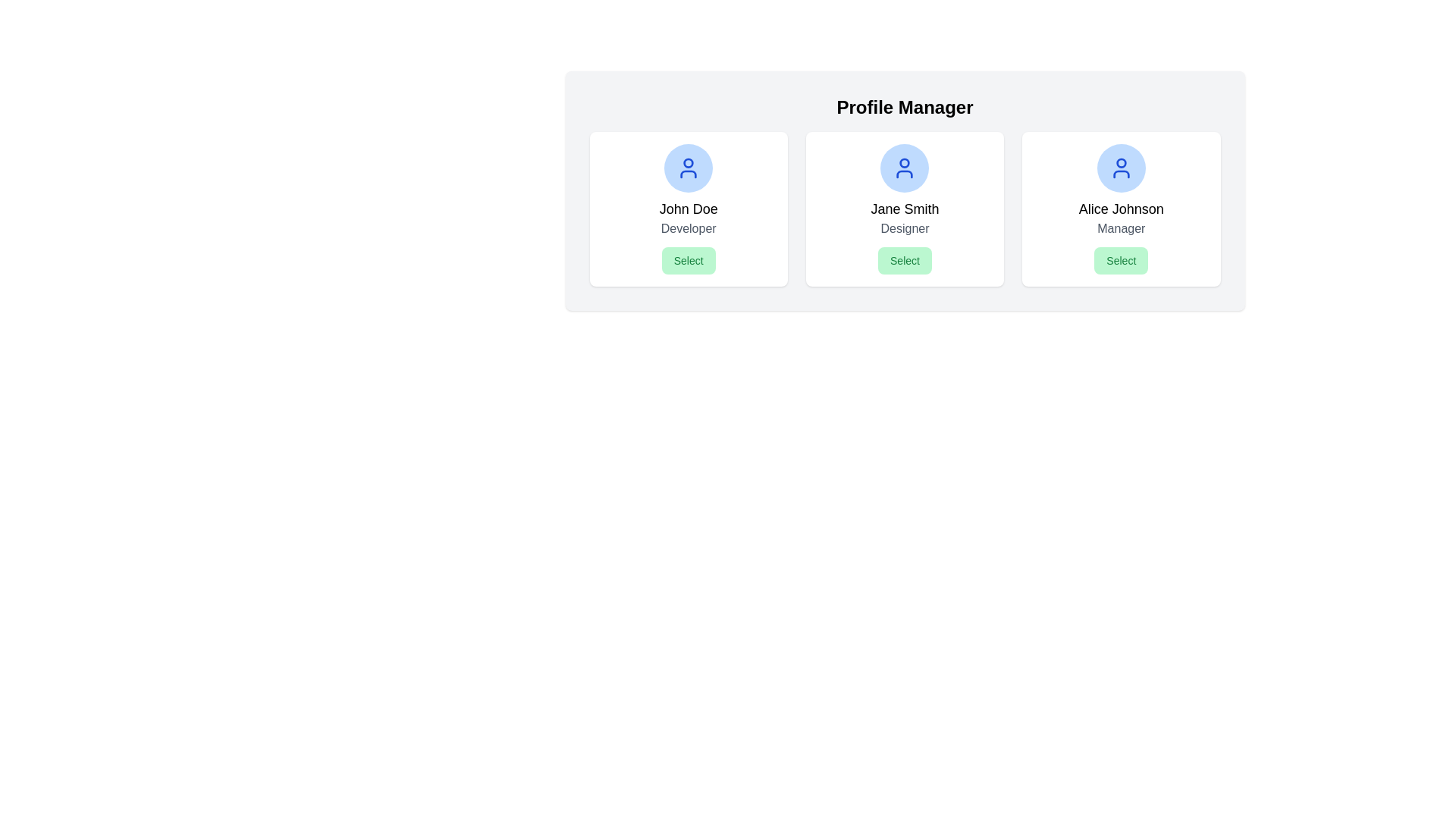  I want to click on the decorative icon representing Alice Johnson, which is centrally positioned in the top circular section of her card, located in the rightmost card of a horizontally aligned group of three cards, so click(1121, 168).